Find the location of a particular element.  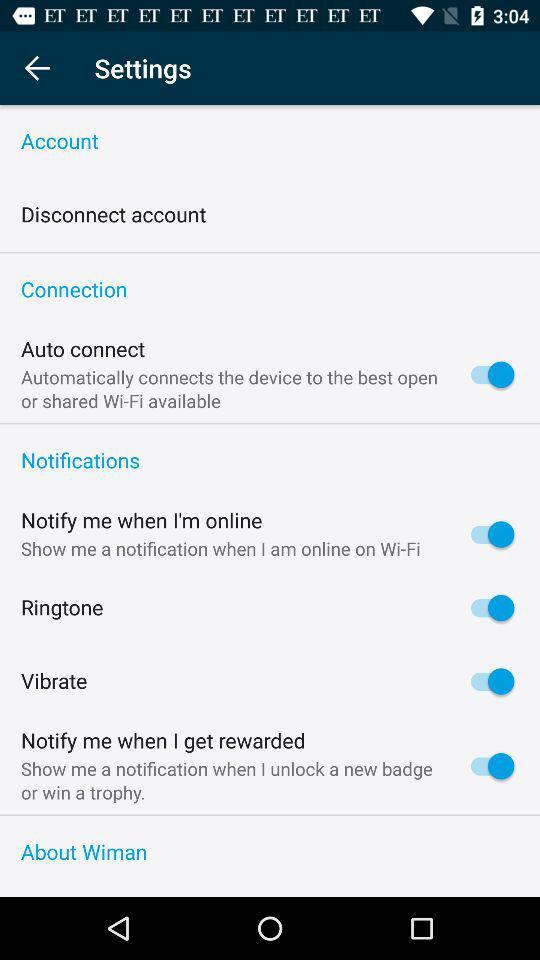

return to main menu is located at coordinates (36, 68).